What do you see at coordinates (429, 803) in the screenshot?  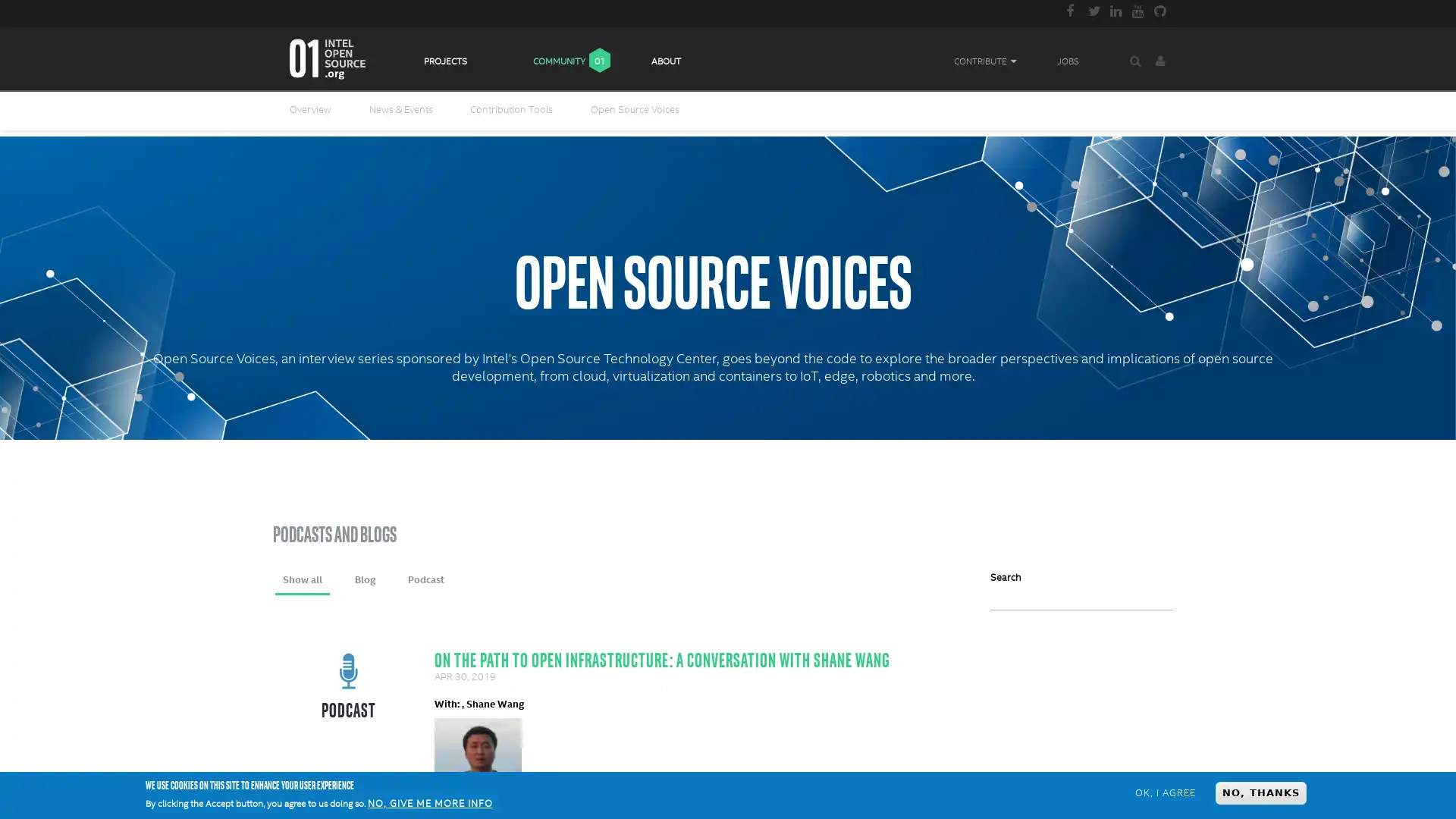 I see `NO, GIVE ME MORE INFO` at bounding box center [429, 803].